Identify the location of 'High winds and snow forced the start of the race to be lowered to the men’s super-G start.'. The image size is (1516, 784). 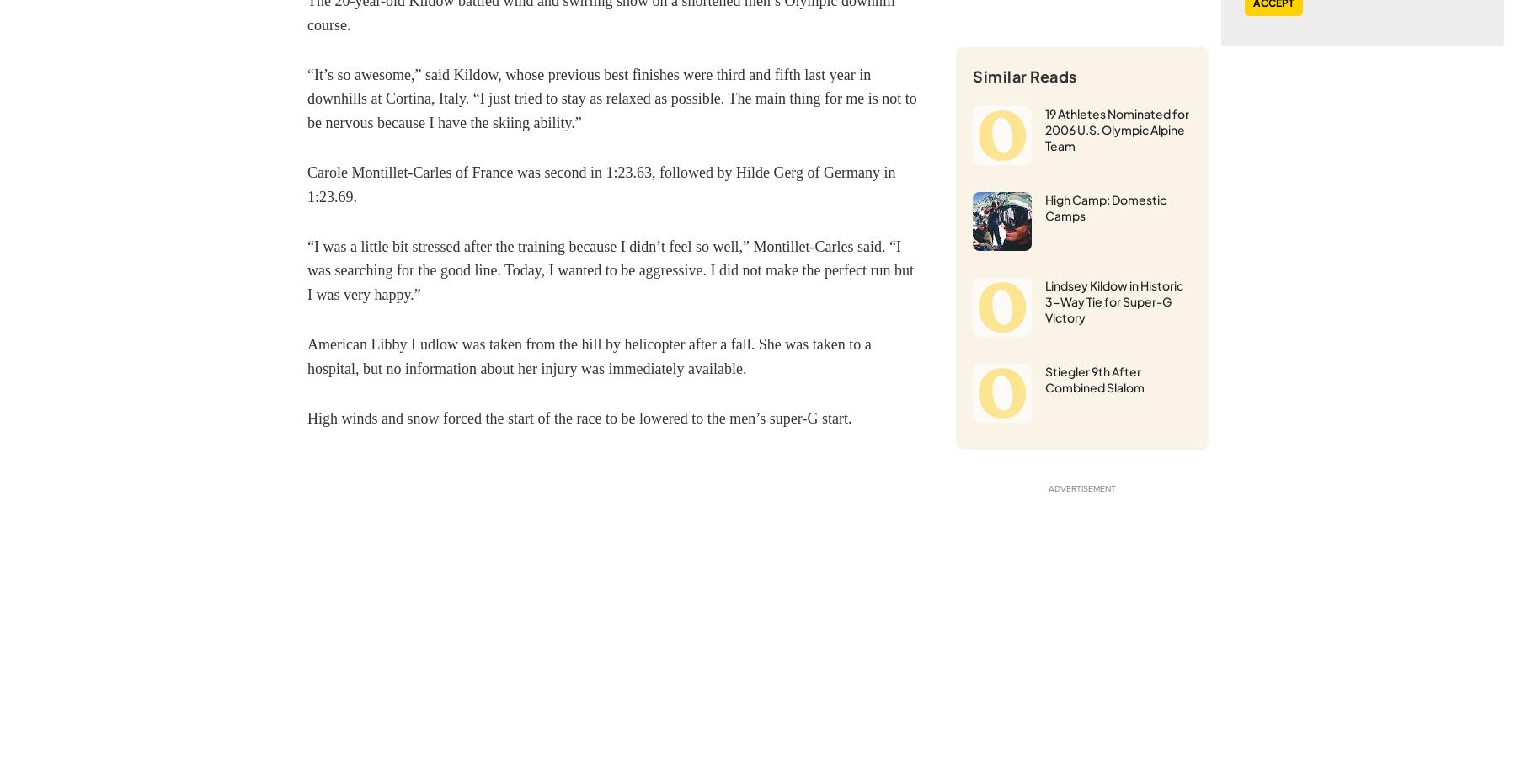
(307, 418).